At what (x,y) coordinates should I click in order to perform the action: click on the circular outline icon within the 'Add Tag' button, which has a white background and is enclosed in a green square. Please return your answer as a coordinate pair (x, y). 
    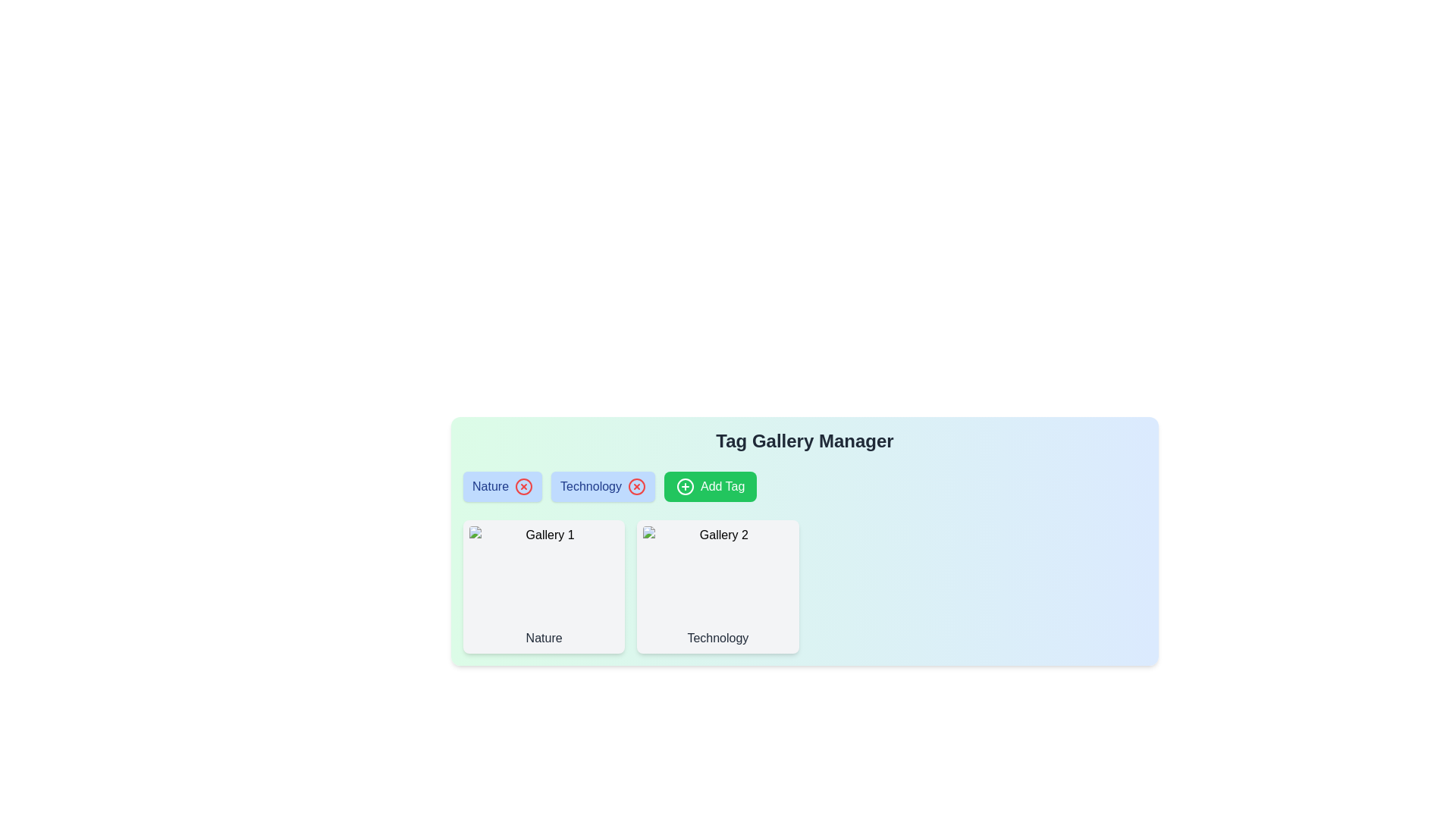
    Looking at the image, I should click on (684, 486).